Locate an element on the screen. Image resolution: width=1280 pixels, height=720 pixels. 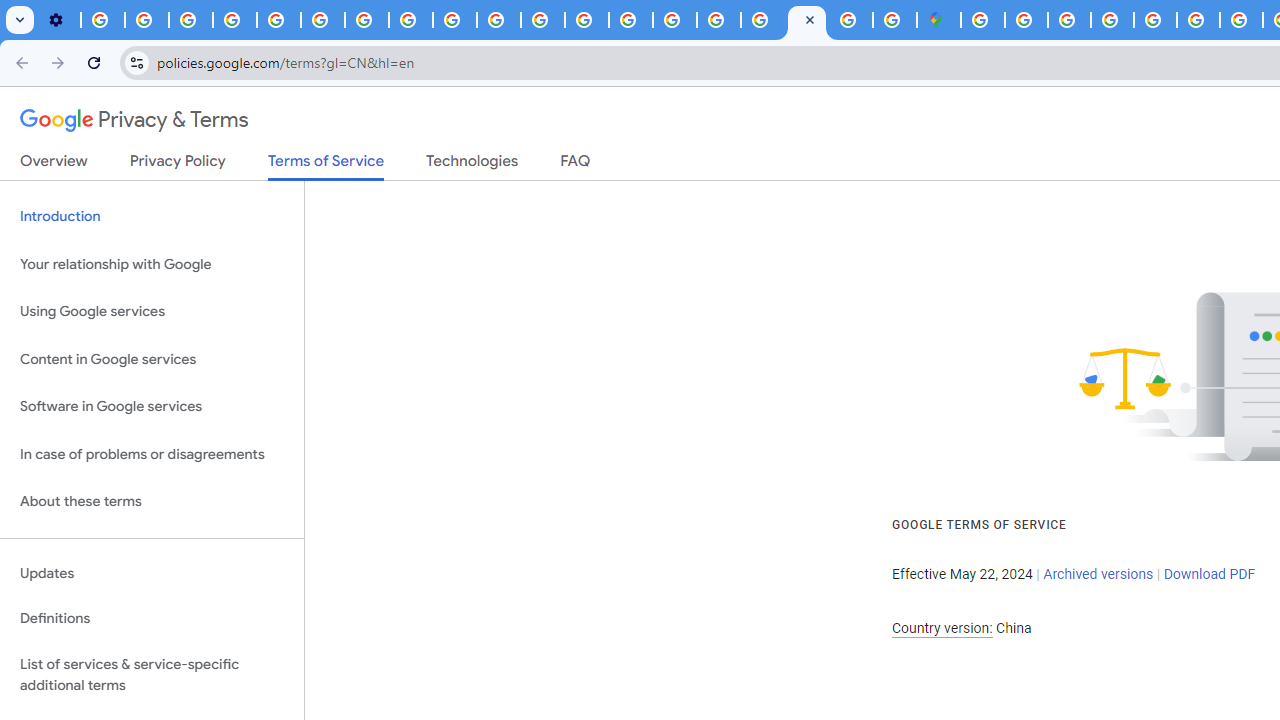
'Updates' is located at coordinates (151, 573).